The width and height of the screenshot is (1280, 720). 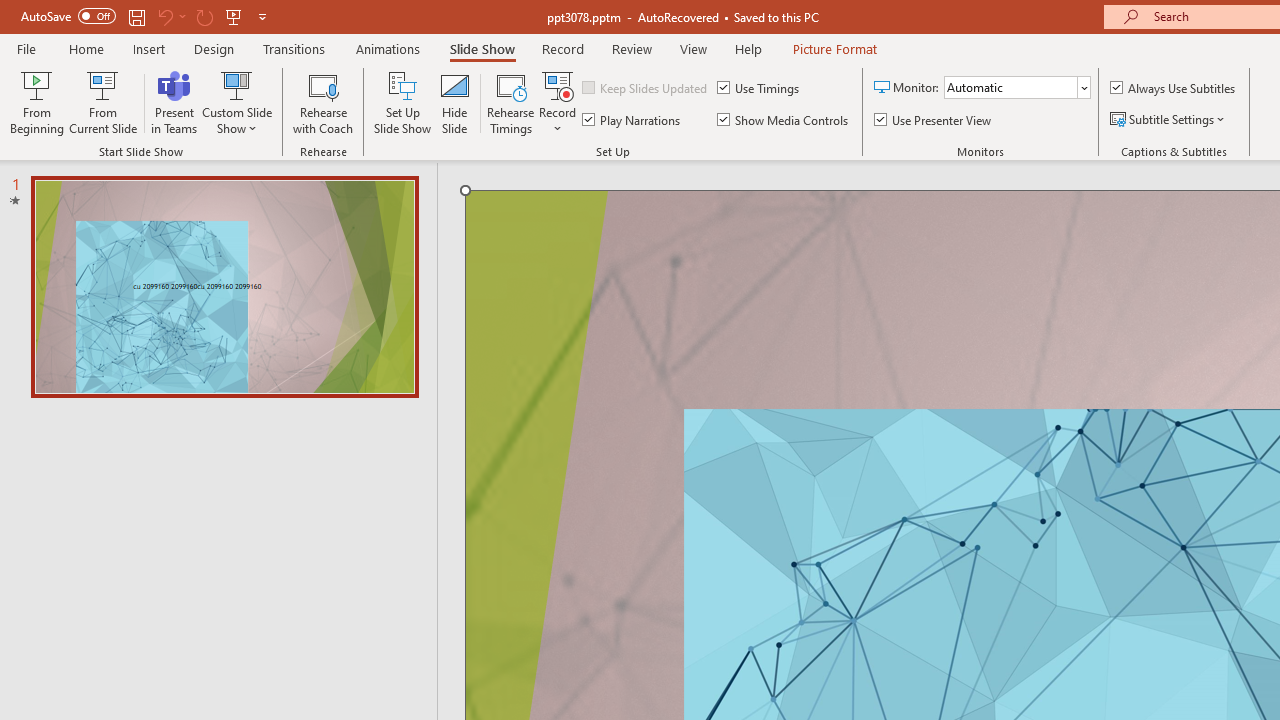 What do you see at coordinates (933, 119) in the screenshot?
I see `'Use Presenter View'` at bounding box center [933, 119].